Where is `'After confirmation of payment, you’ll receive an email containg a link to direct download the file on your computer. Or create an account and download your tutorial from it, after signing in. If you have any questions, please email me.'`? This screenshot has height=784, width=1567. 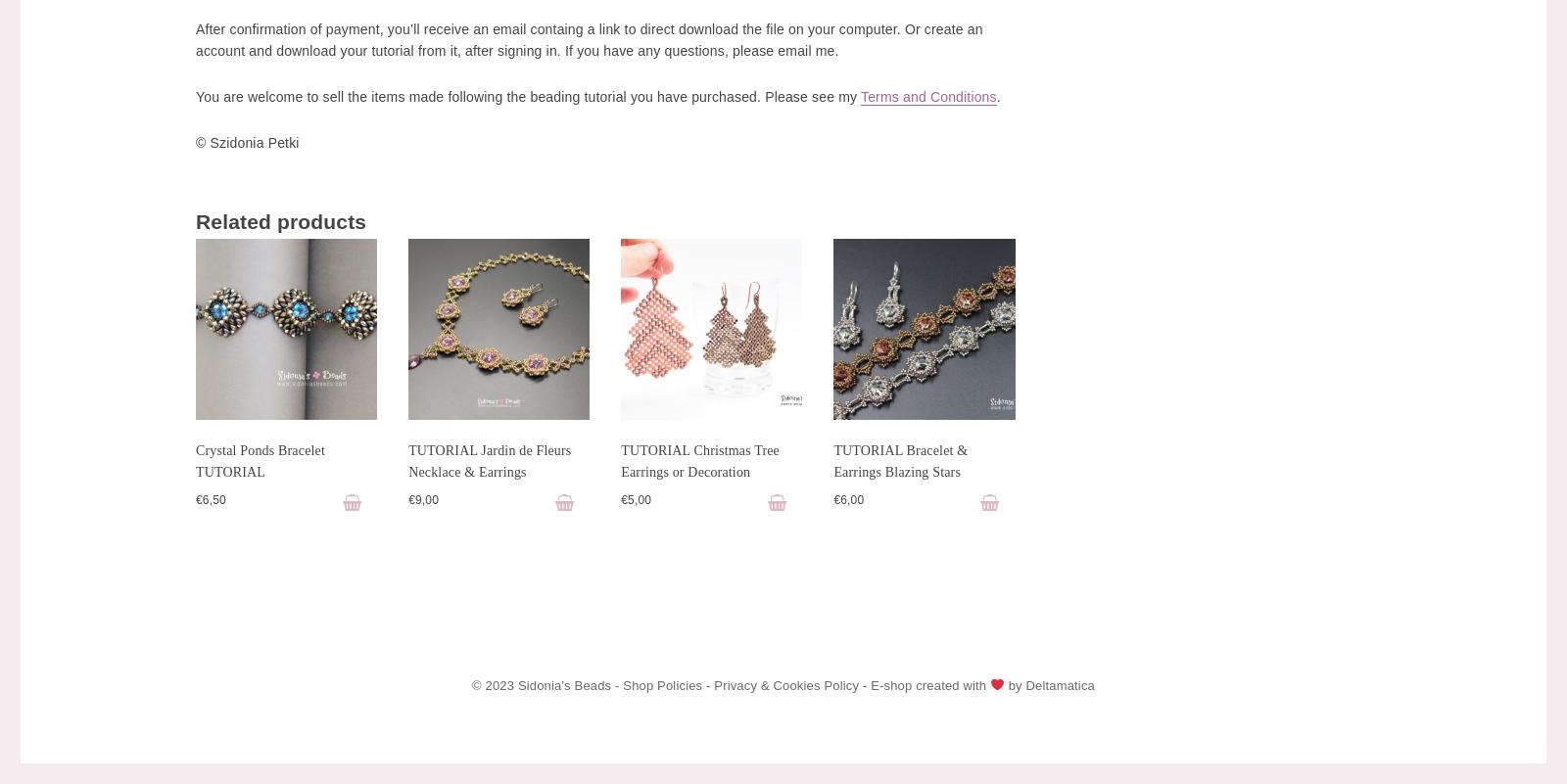
'After confirmation of payment, you’ll receive an email containg a link to direct download the file on your computer. Or create an account and download your tutorial from it, after signing in. If you have any questions, please email me.' is located at coordinates (589, 38).